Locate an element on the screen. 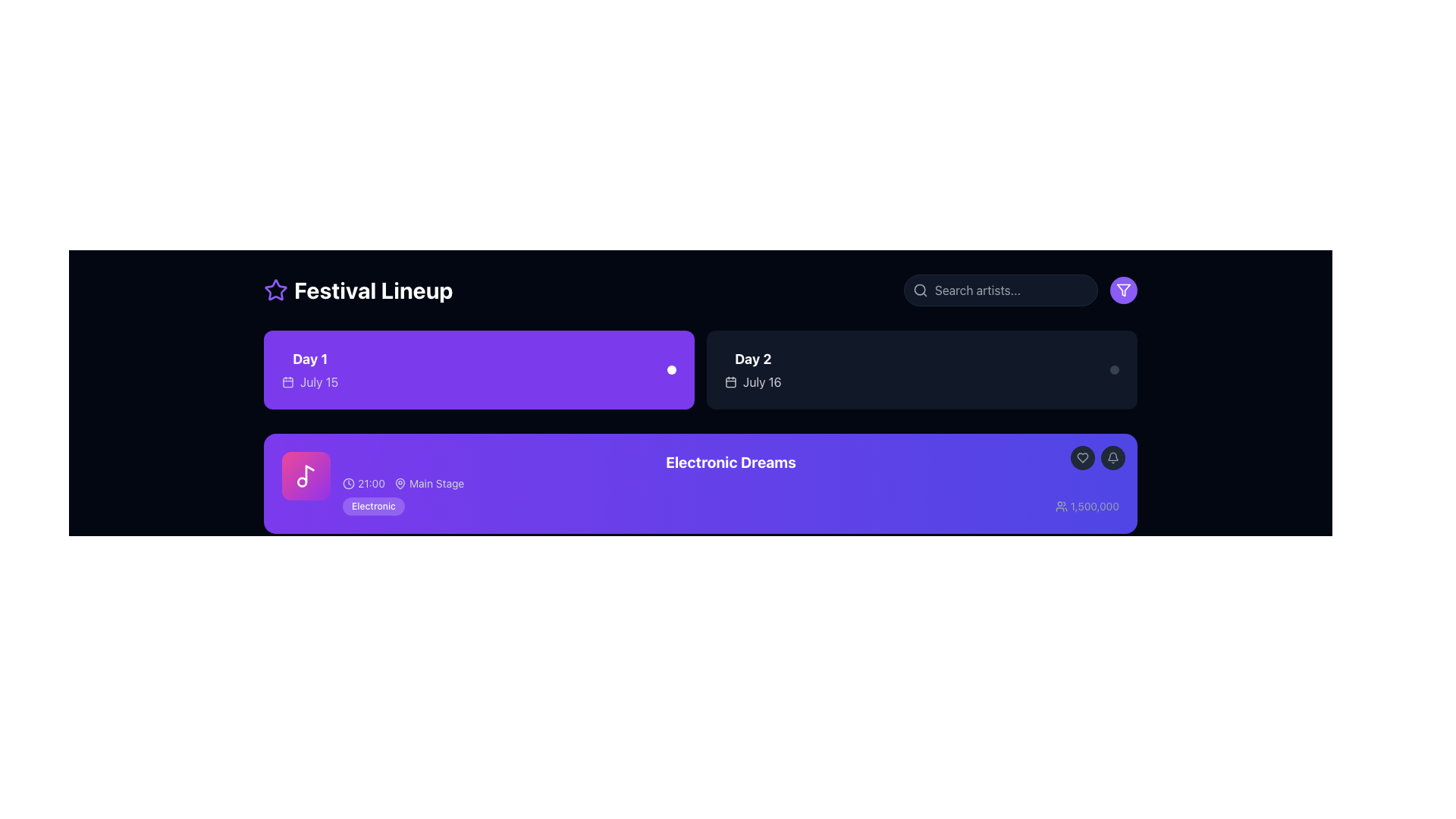 This screenshot has width=1456, height=819. the icon representing the event is located at coordinates (305, 475).